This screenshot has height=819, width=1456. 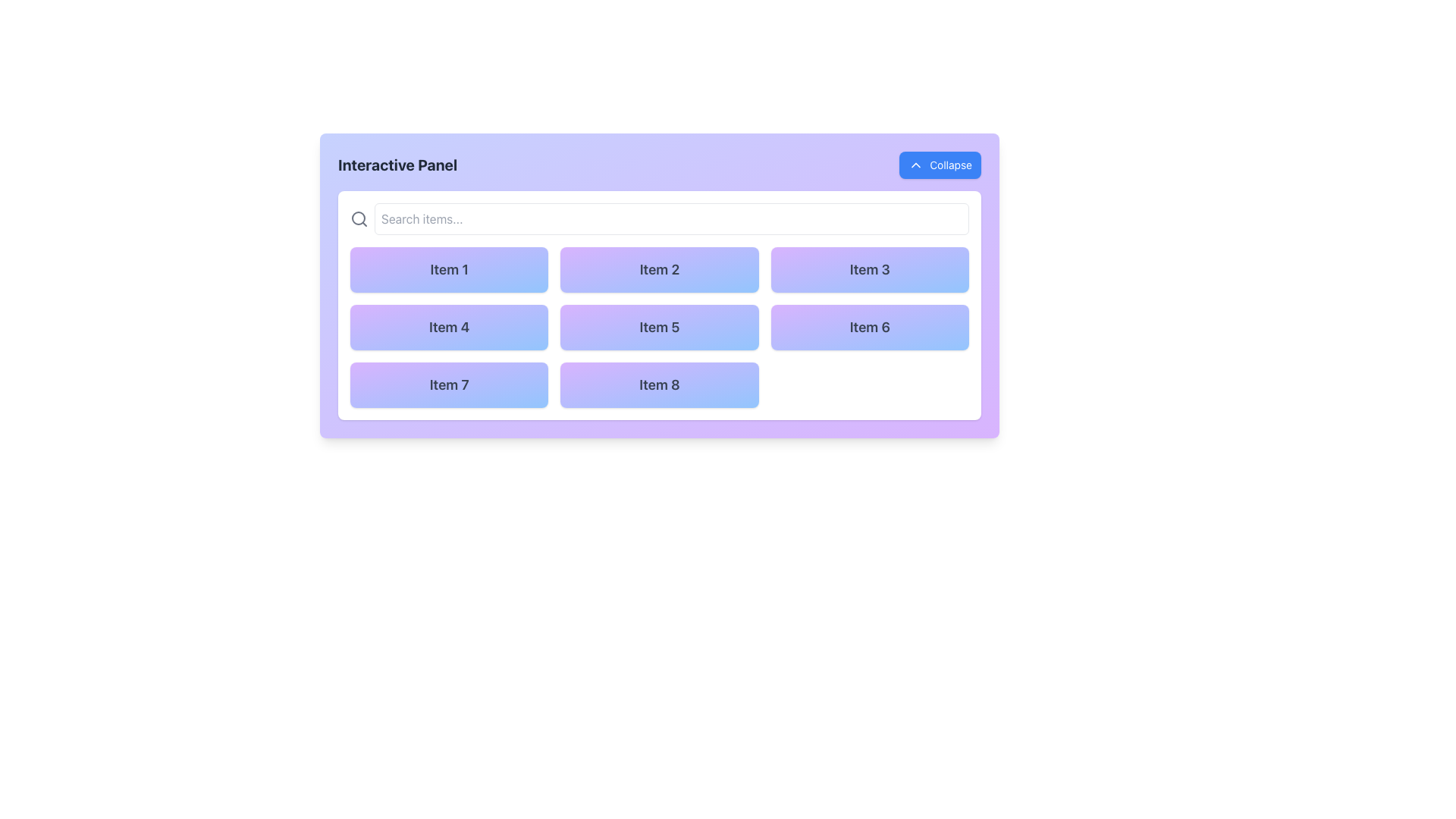 What do you see at coordinates (940, 165) in the screenshot?
I see `the 'Collapse' button, which is a rectangular button with a blue background and white text, located at the upper-right corner of the interactive panel` at bounding box center [940, 165].